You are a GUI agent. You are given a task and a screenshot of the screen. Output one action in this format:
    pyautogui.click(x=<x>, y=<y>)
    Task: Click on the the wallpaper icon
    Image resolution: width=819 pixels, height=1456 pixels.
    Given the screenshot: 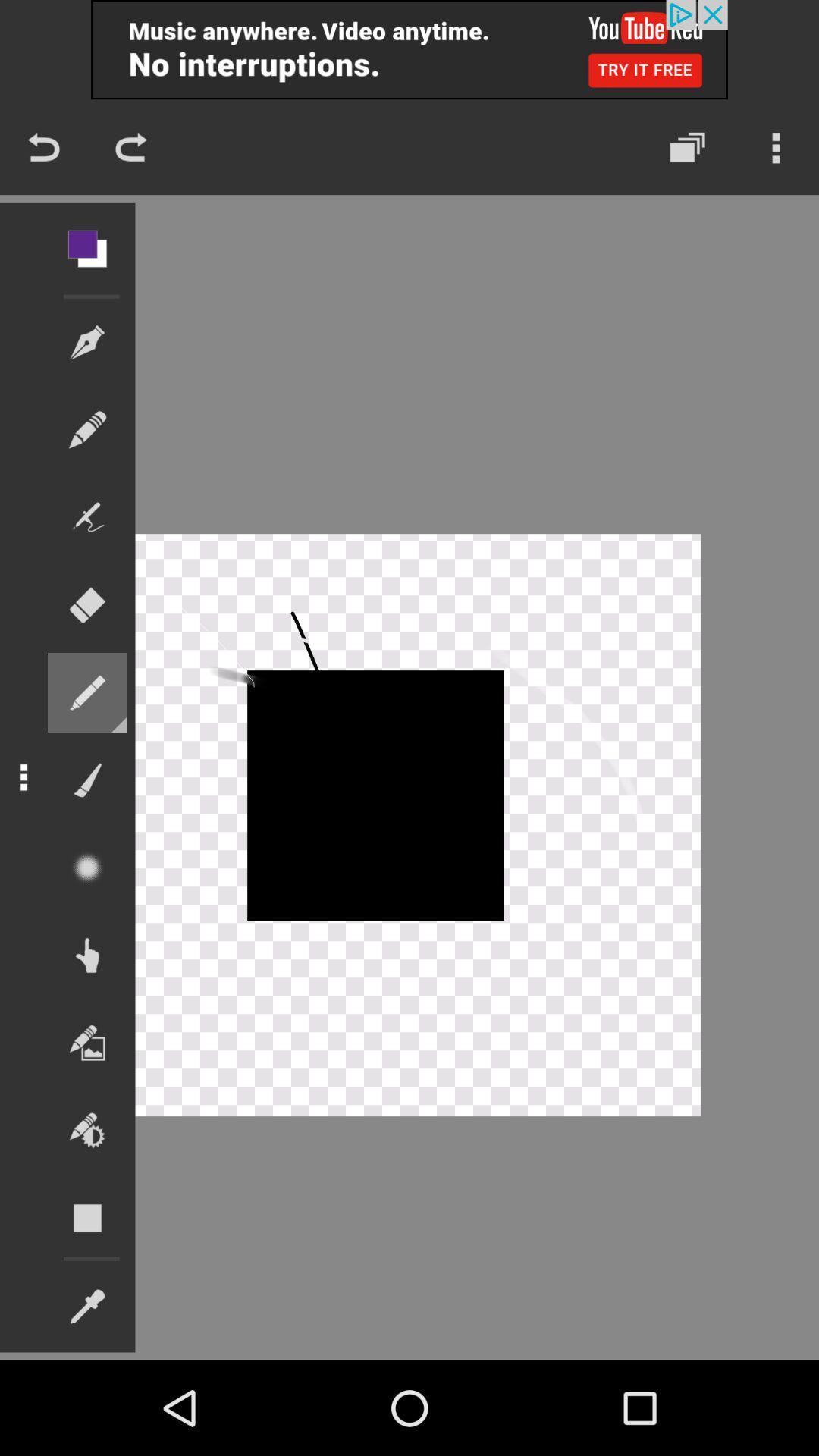 What is the action you would take?
    pyautogui.click(x=87, y=1042)
    